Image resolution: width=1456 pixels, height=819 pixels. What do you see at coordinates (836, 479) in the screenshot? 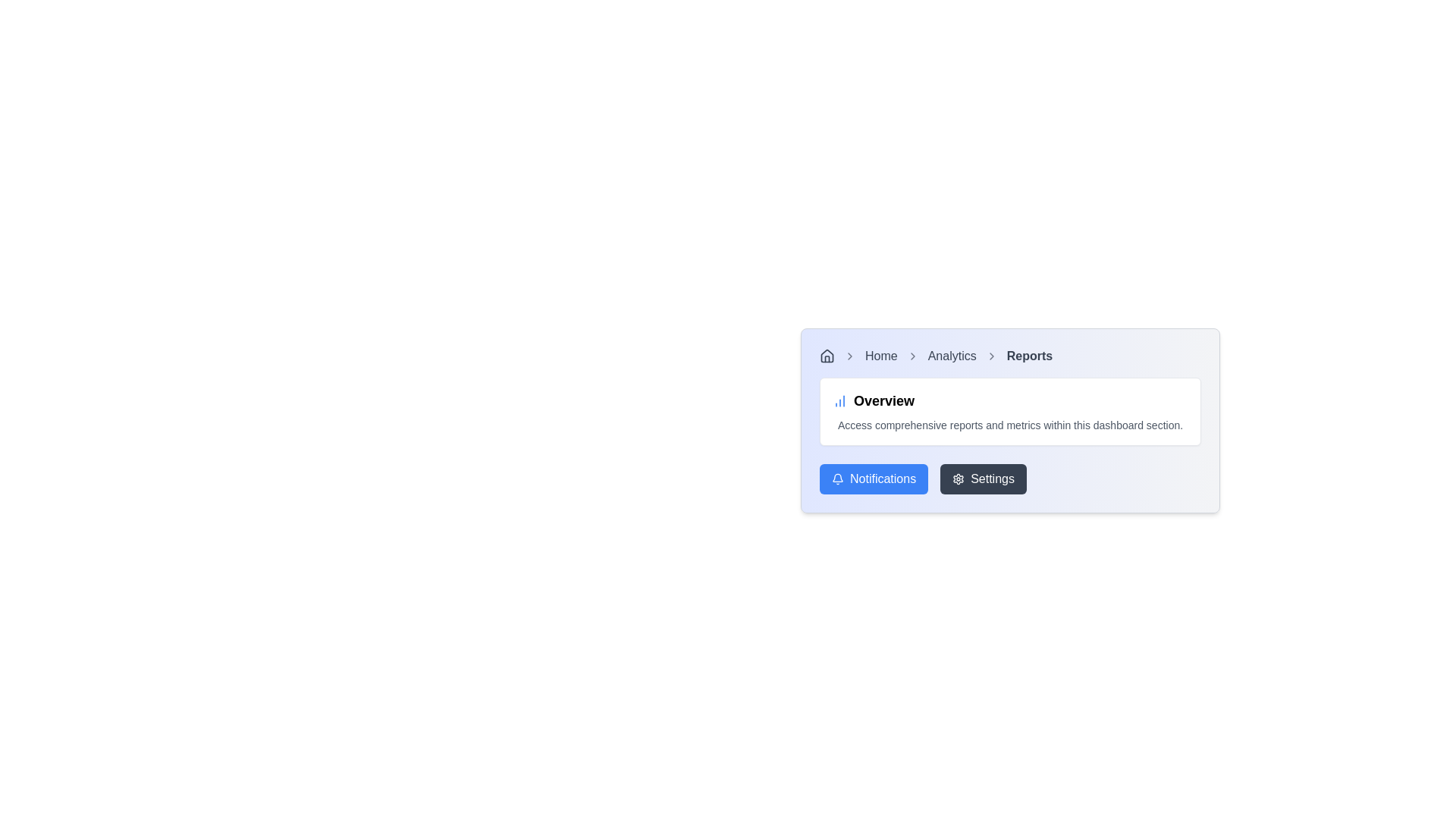
I see `the bell icon within the 'Notifications' button, which is positioned at the bottom of a card and is the left button among its siblings` at bounding box center [836, 479].